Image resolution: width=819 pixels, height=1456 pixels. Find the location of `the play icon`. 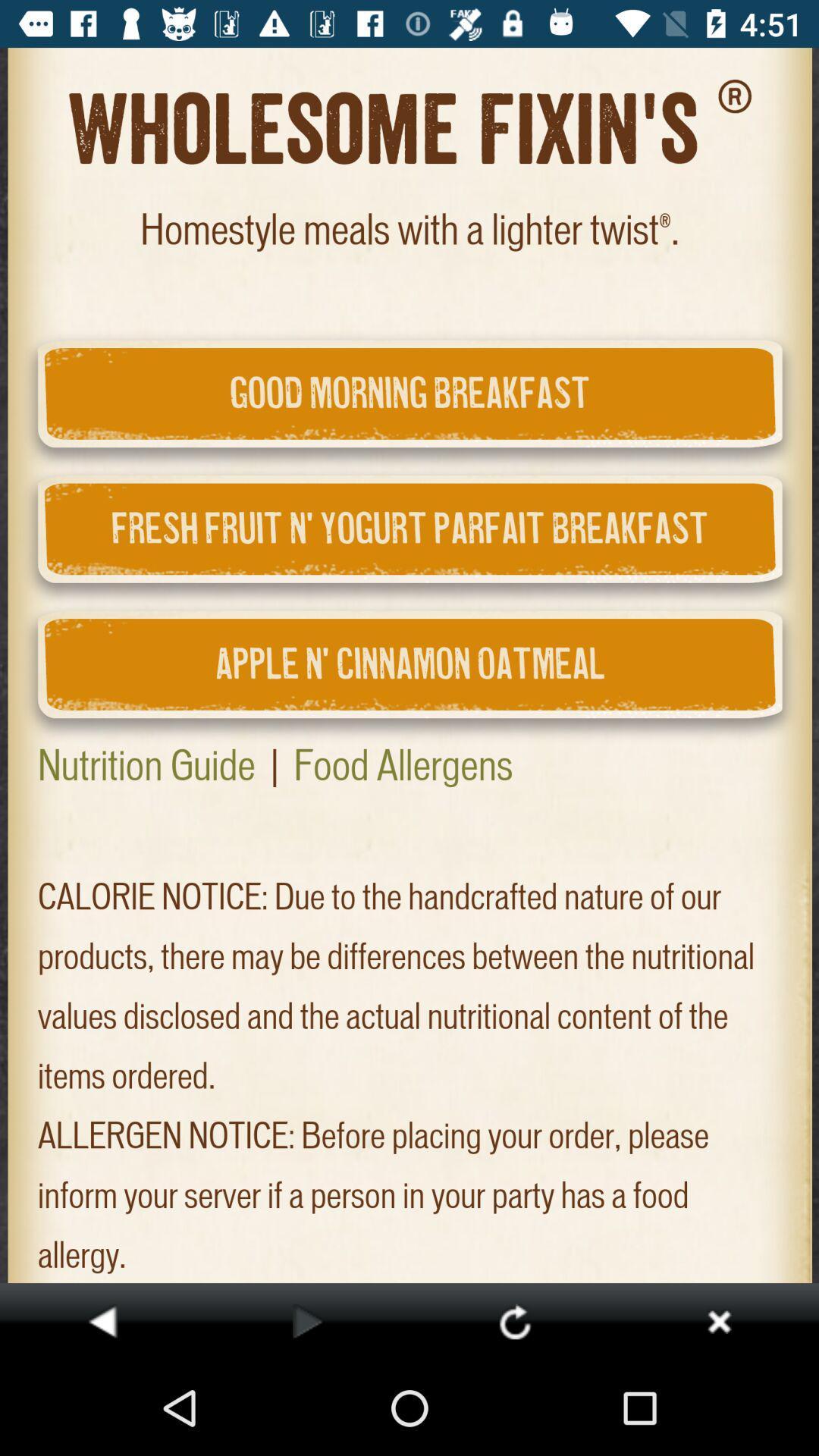

the play icon is located at coordinates (307, 1320).